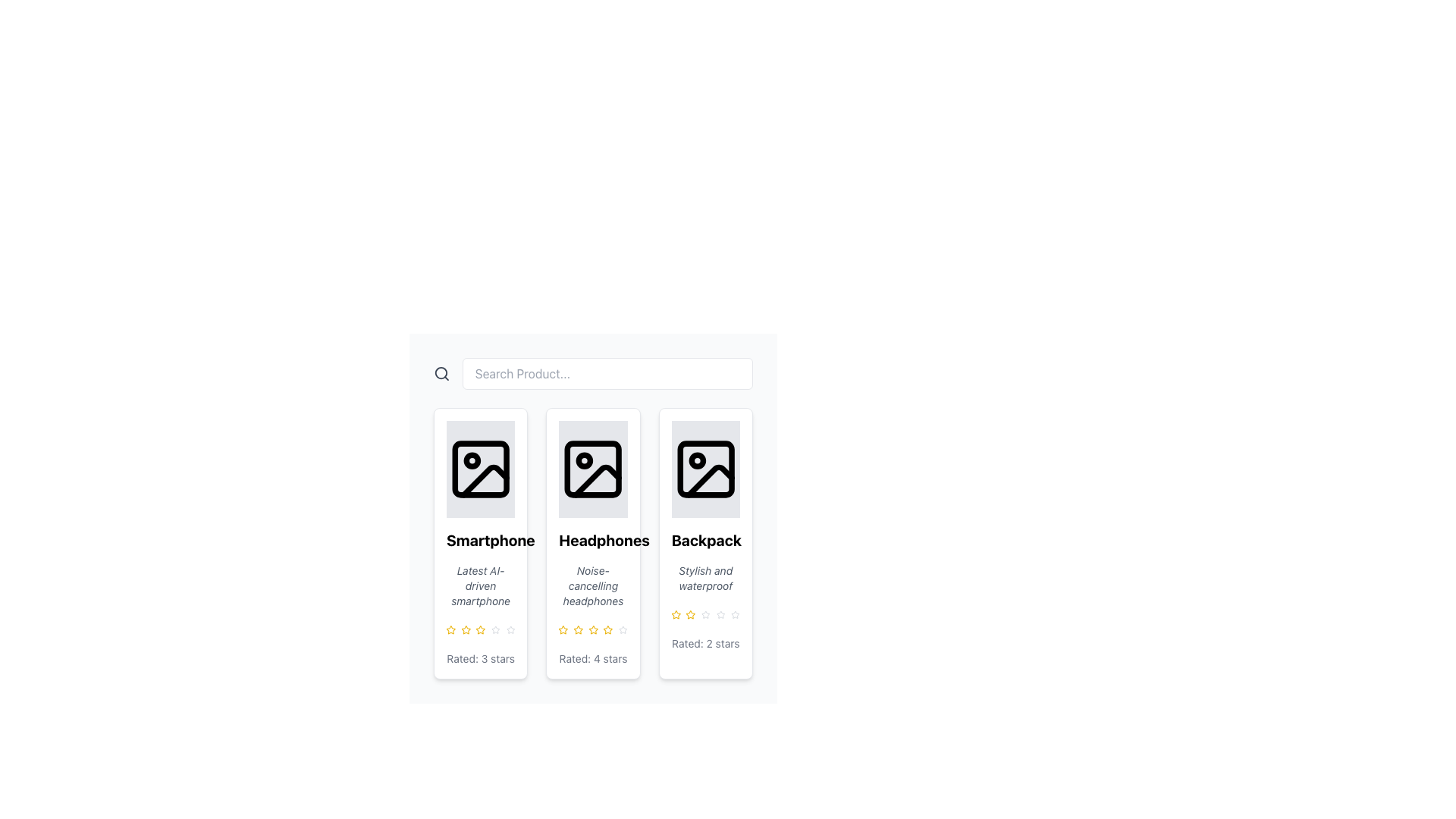  What do you see at coordinates (704, 540) in the screenshot?
I see `the title text of the product located in the third card of the horizontally arranged grid, positioned beneath the product image and above the description text` at bounding box center [704, 540].